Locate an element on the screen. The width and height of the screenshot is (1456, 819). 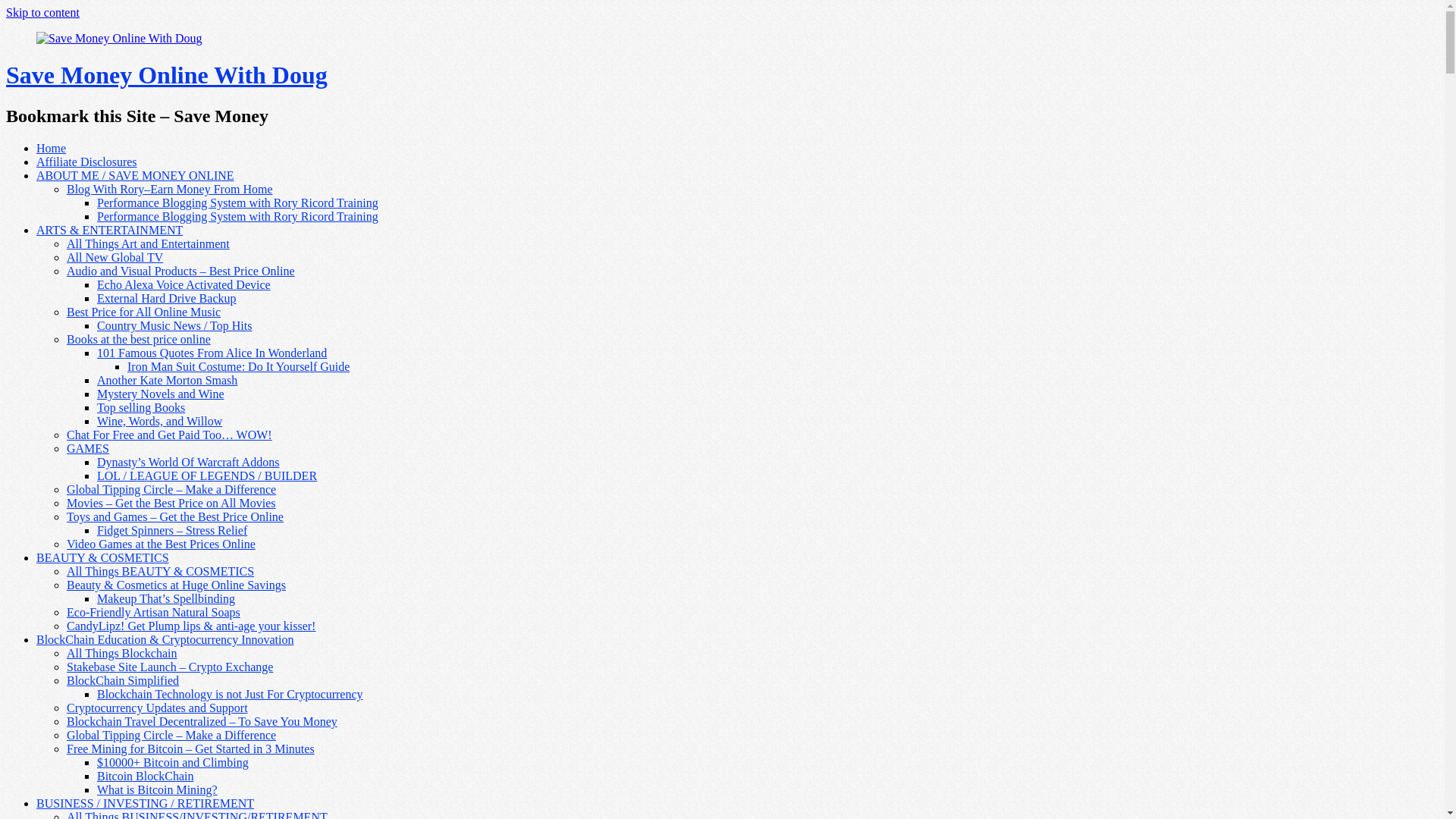
'All Things Art and Entertainment' is located at coordinates (148, 243).